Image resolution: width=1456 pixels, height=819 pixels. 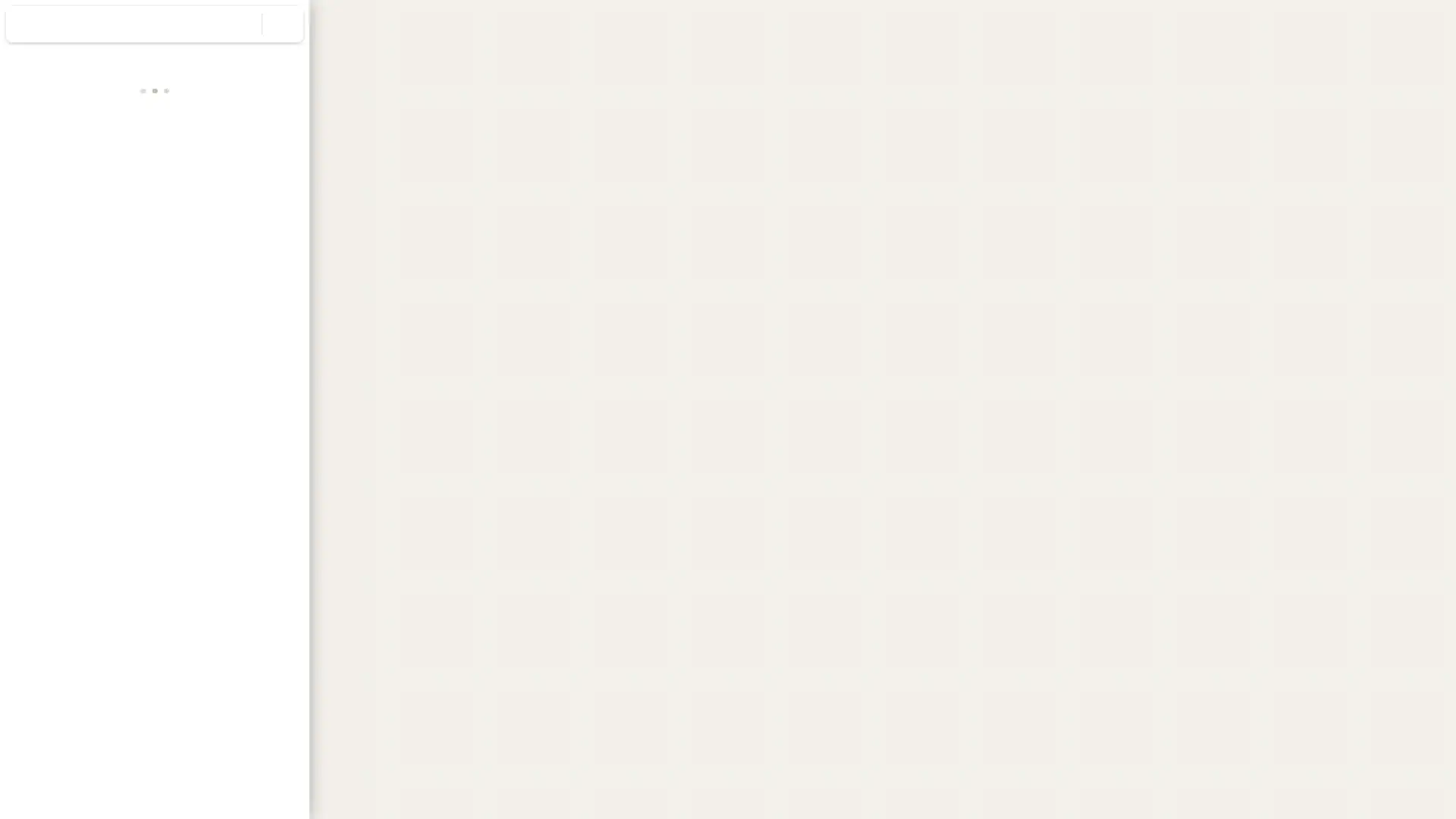 What do you see at coordinates (209, 295) in the screenshot?
I see `Send Toronto to your phone` at bounding box center [209, 295].